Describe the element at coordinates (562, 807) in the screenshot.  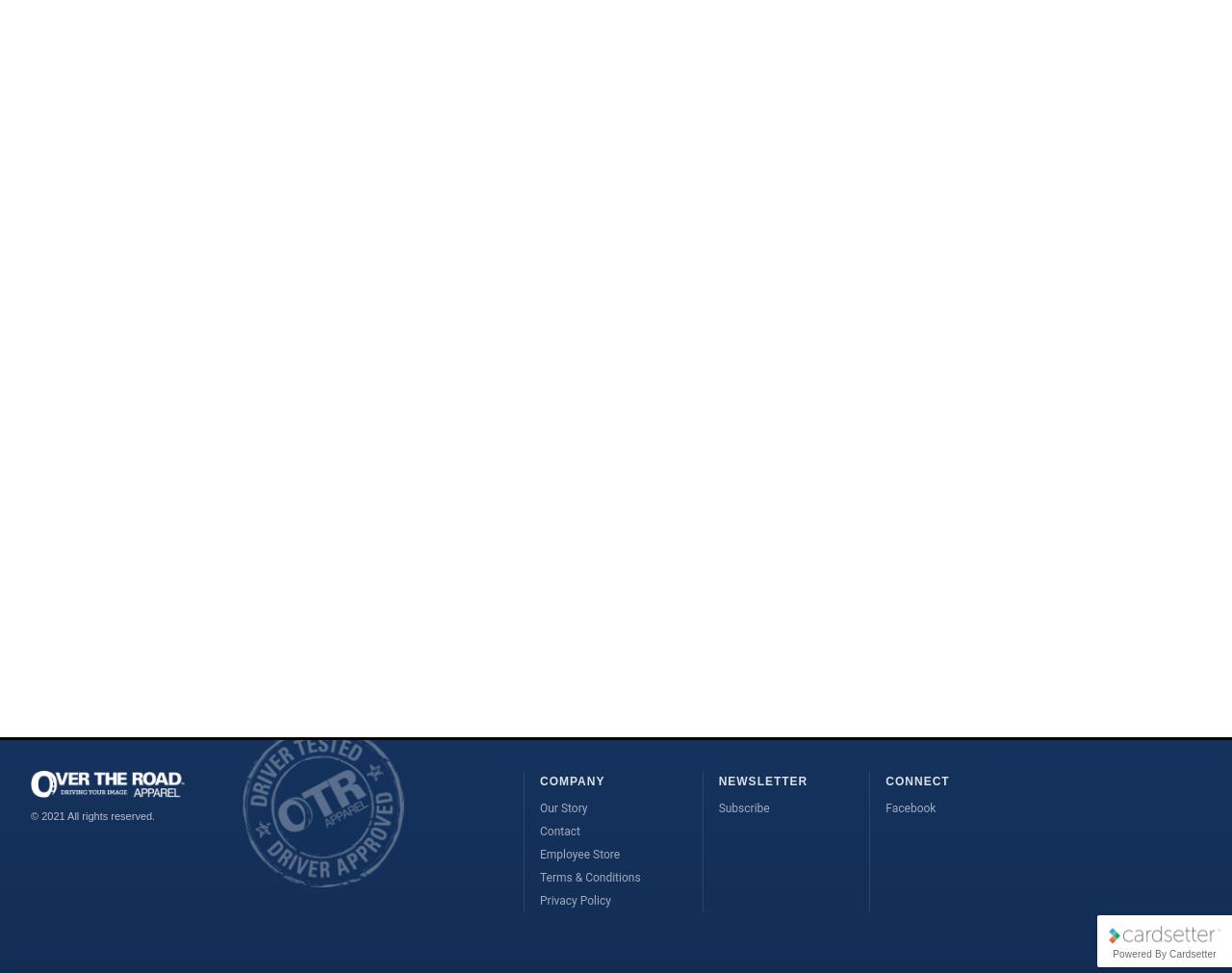
I see `'Our Story'` at that location.